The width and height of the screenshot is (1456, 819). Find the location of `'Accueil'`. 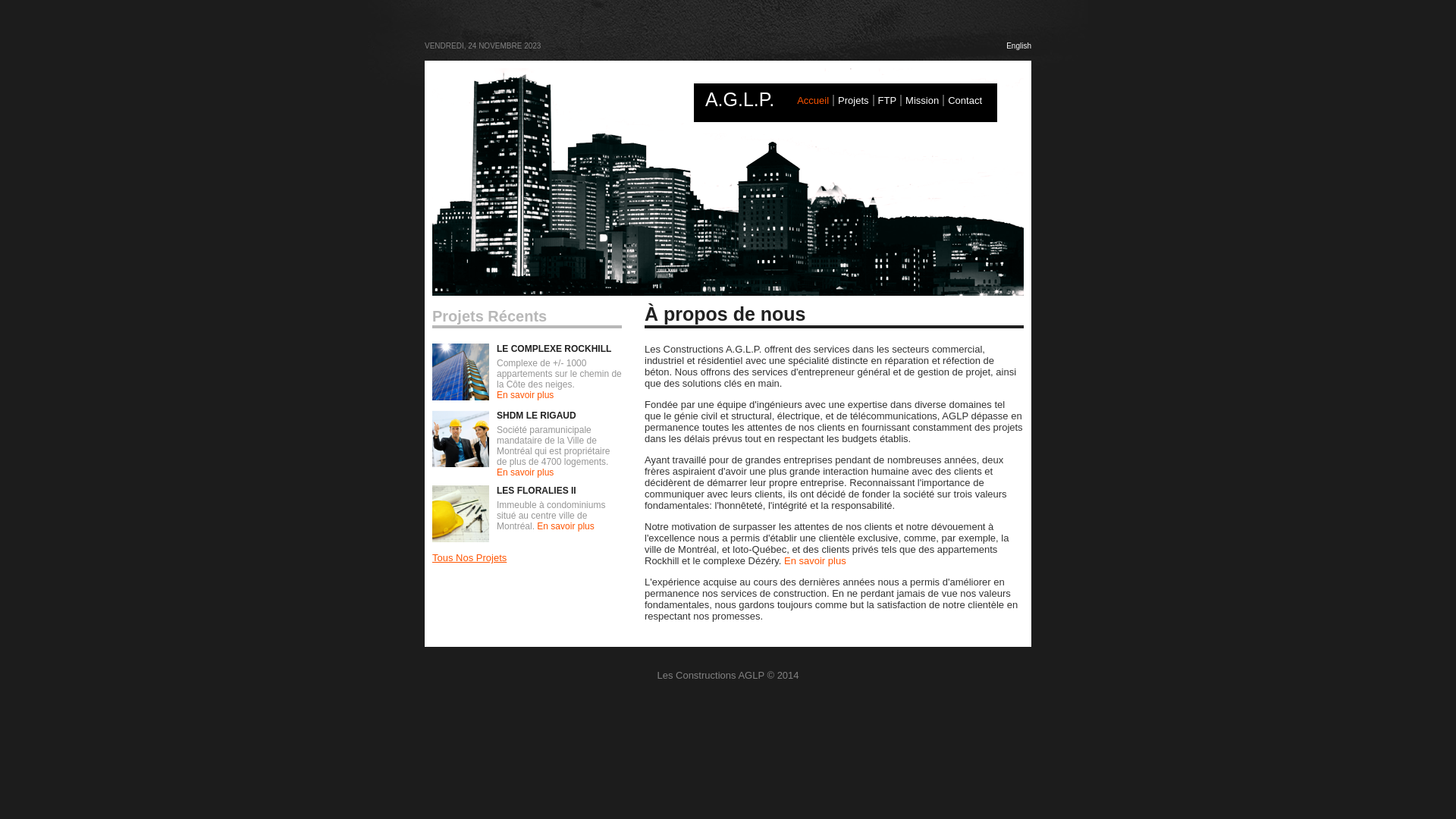

'Accueil' is located at coordinates (811, 100).